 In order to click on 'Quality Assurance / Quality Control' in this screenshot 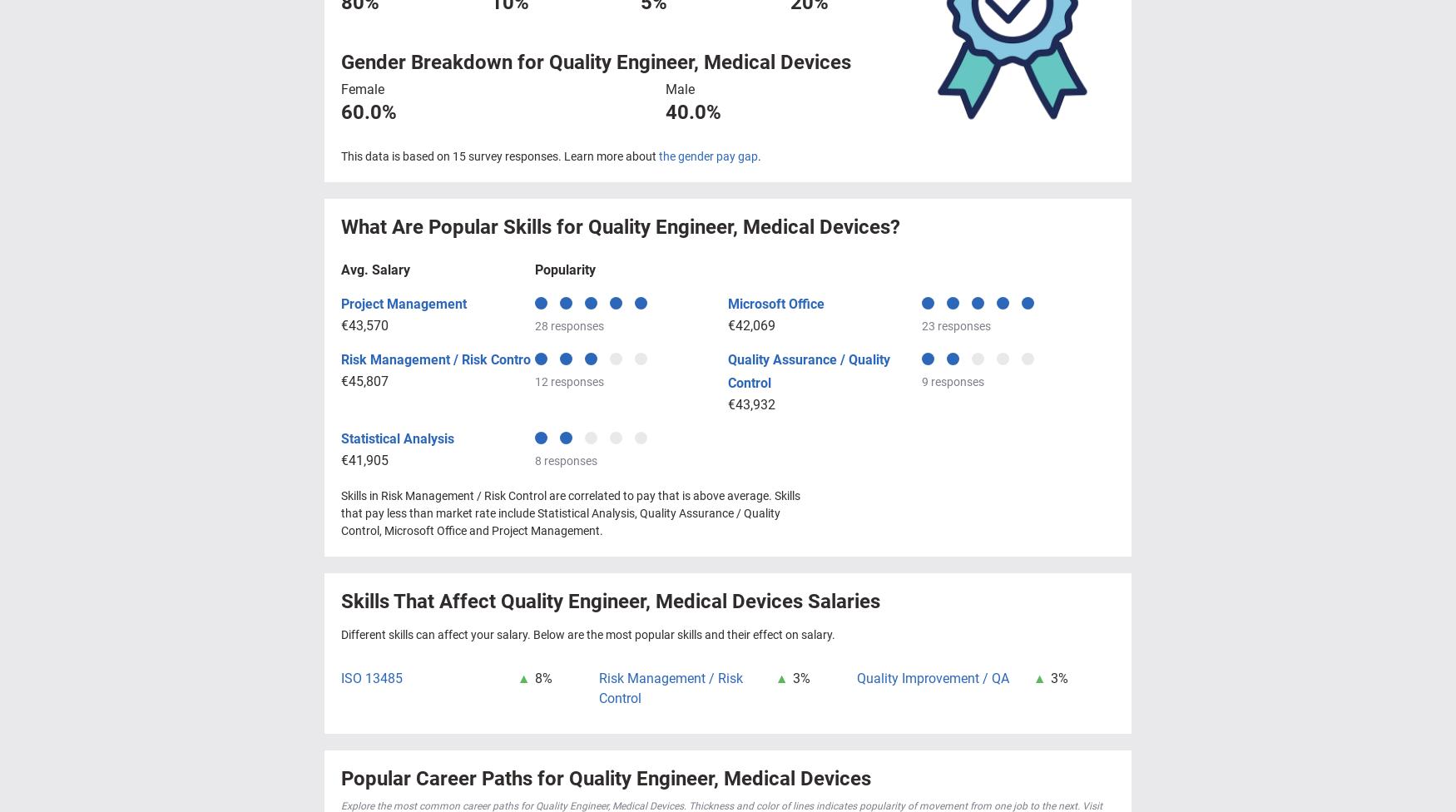, I will do `click(728, 369)`.